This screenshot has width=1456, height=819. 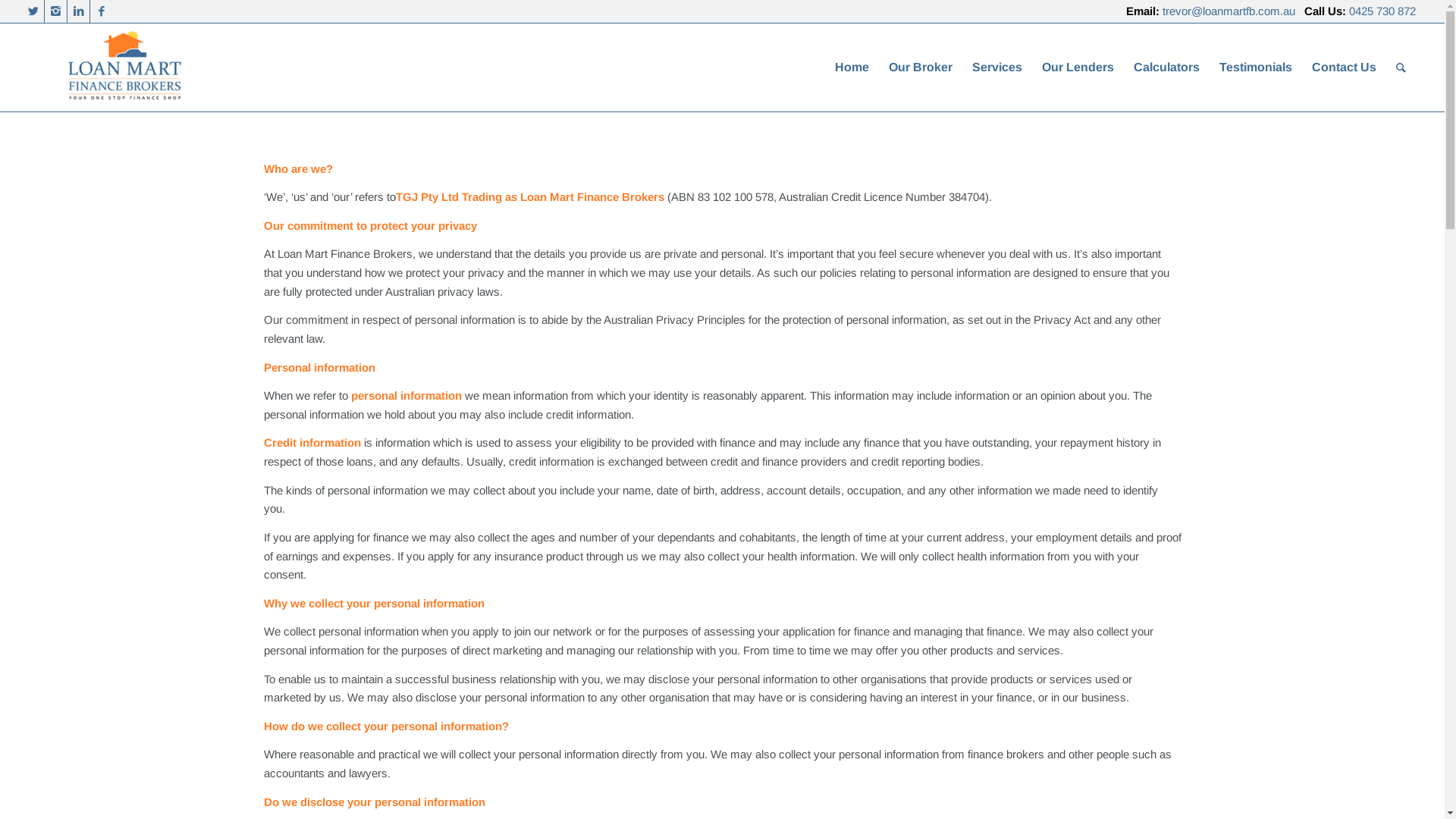 I want to click on 'LinkedIn', so click(x=77, y=11).